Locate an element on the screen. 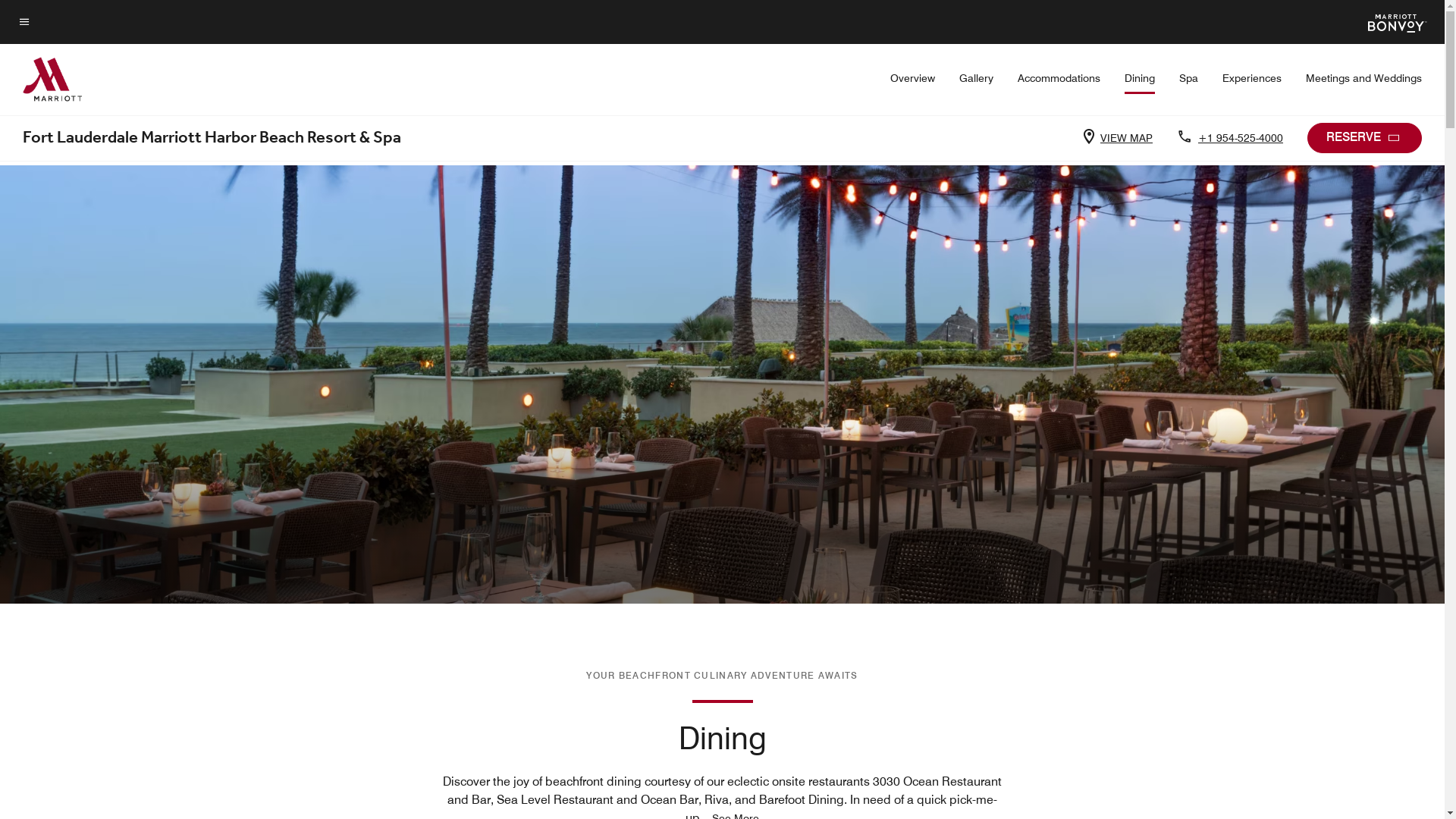 This screenshot has width=1456, height=819. 'Gallery' is located at coordinates (959, 78).